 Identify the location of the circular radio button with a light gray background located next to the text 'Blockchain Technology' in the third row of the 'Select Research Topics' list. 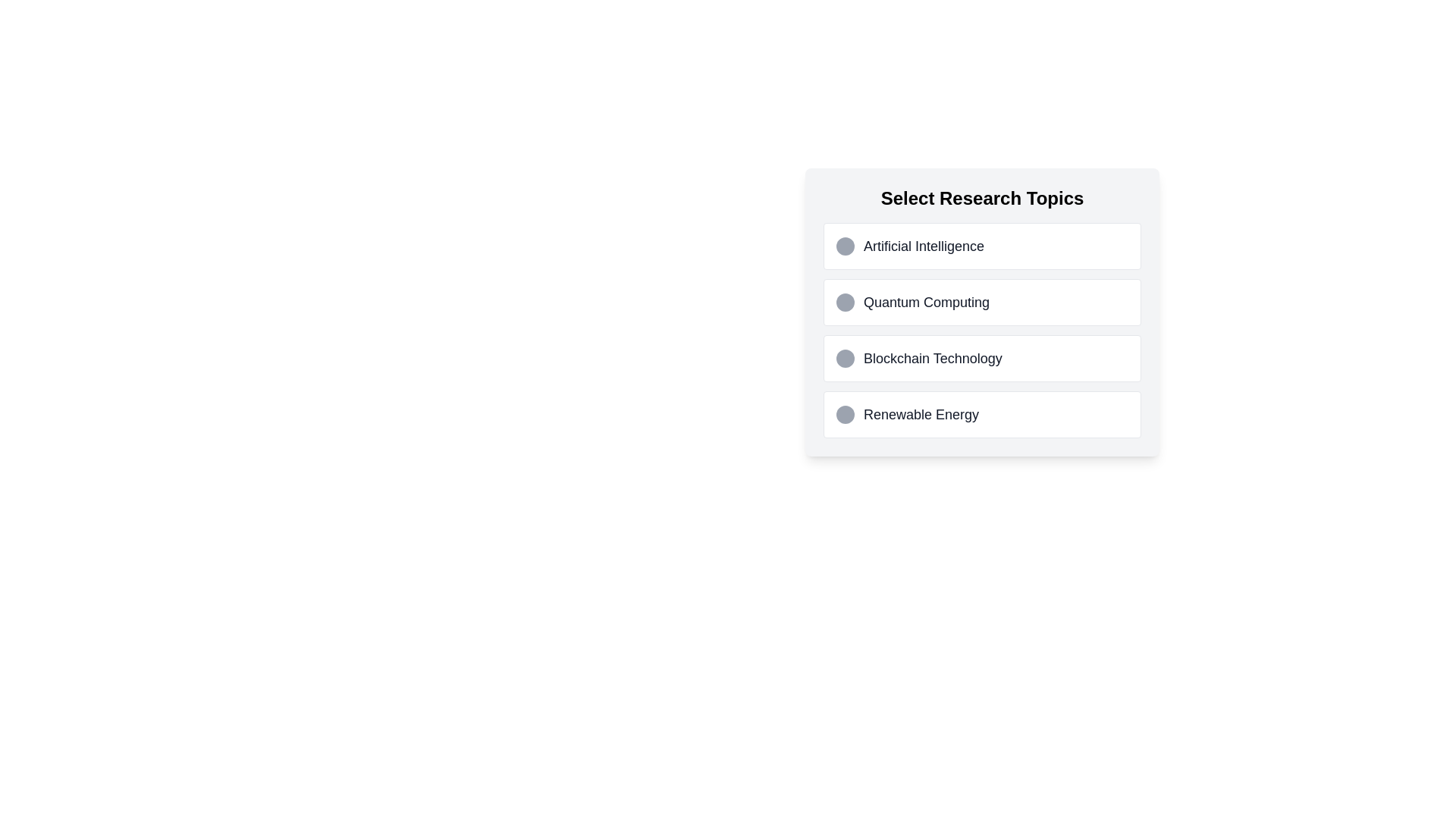
(844, 359).